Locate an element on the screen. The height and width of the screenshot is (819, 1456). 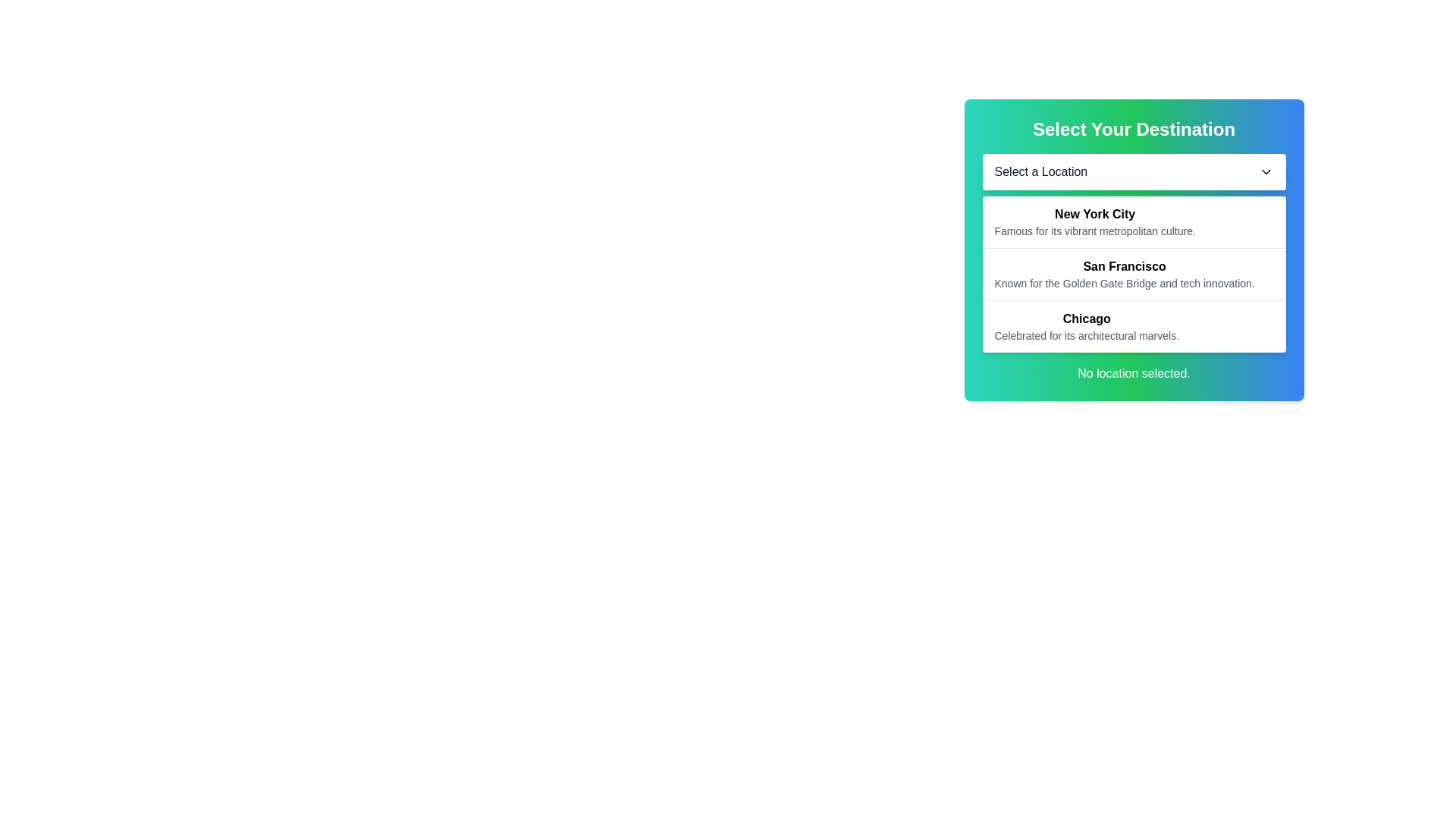
the selectable list item displaying 'San Francisco' is located at coordinates (1134, 249).